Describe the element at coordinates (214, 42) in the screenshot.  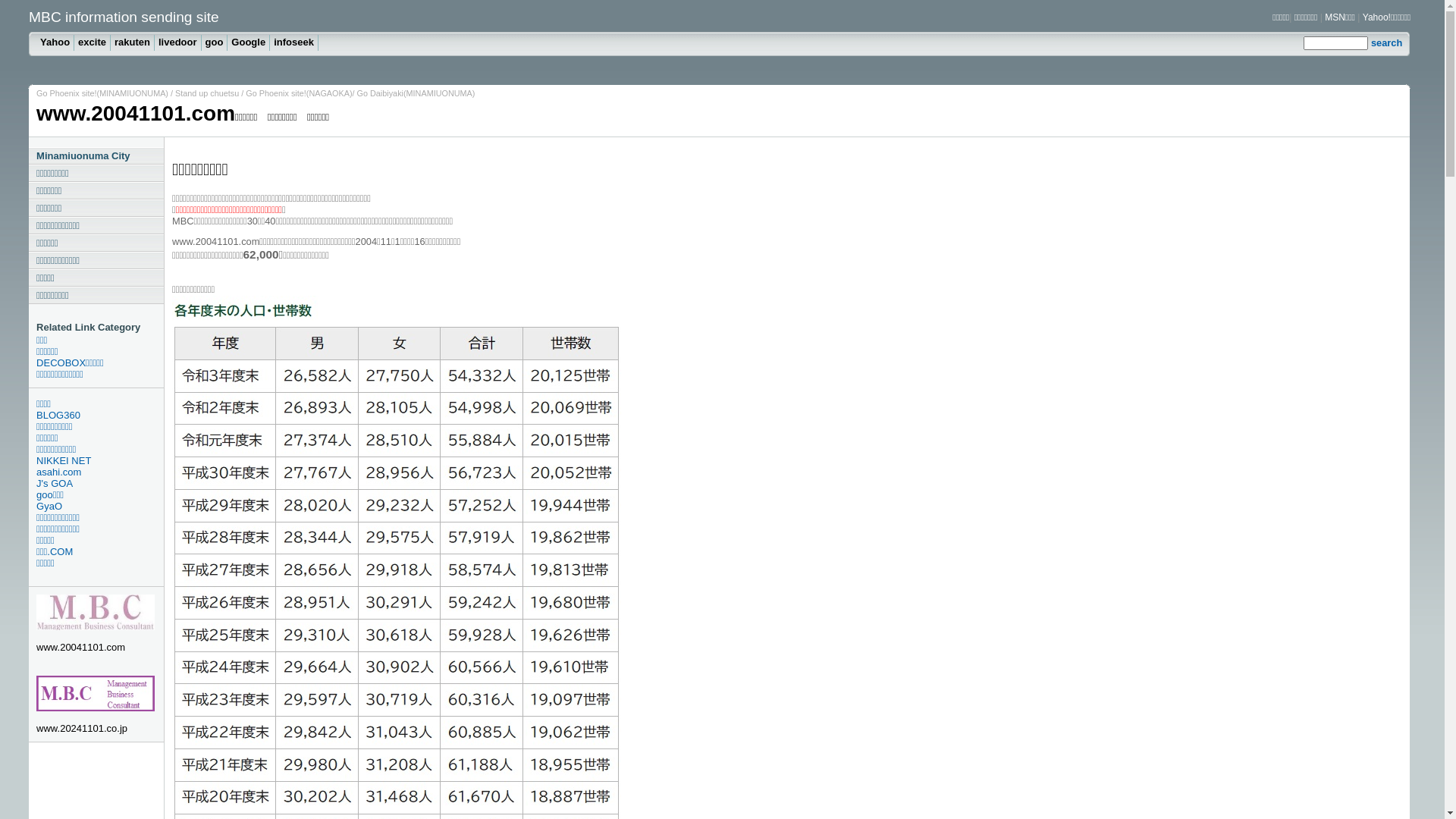
I see `'goo'` at that location.